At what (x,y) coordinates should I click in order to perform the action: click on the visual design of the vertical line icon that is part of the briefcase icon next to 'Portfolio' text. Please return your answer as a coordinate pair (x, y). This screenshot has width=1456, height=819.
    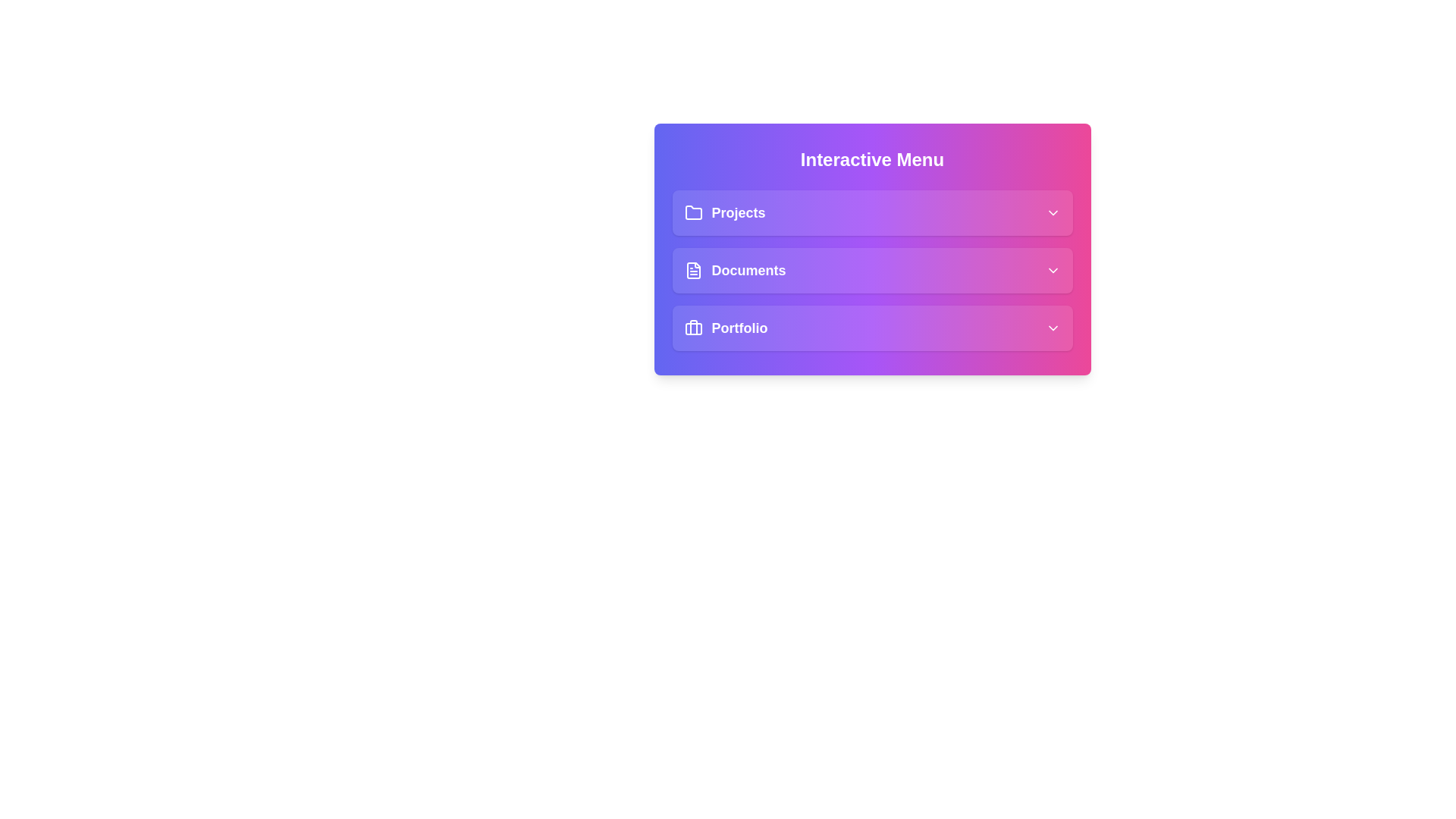
    Looking at the image, I should click on (692, 327).